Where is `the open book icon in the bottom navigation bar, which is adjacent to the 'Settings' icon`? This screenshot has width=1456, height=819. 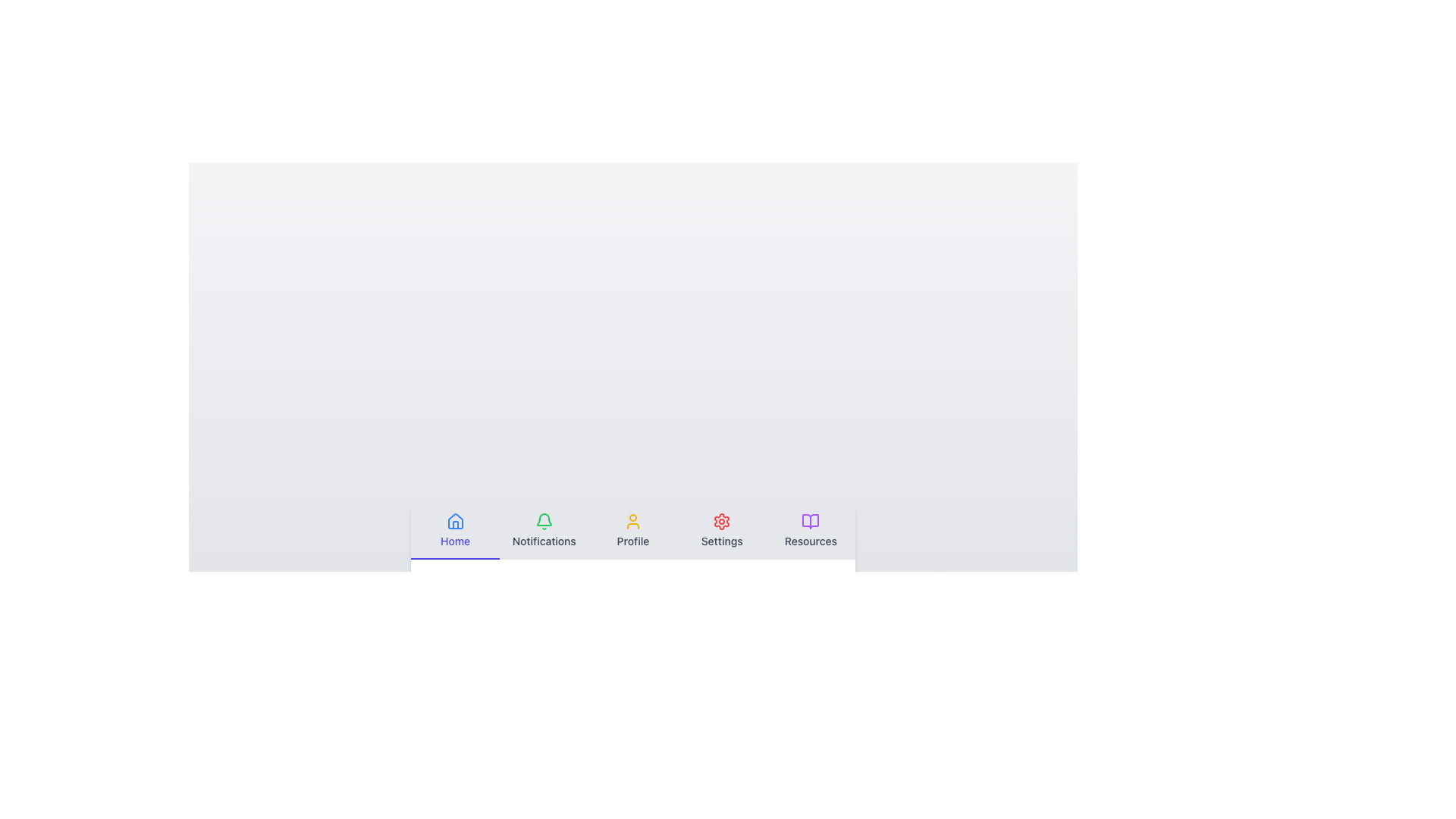 the open book icon in the bottom navigation bar, which is adjacent to the 'Settings' icon is located at coordinates (810, 520).